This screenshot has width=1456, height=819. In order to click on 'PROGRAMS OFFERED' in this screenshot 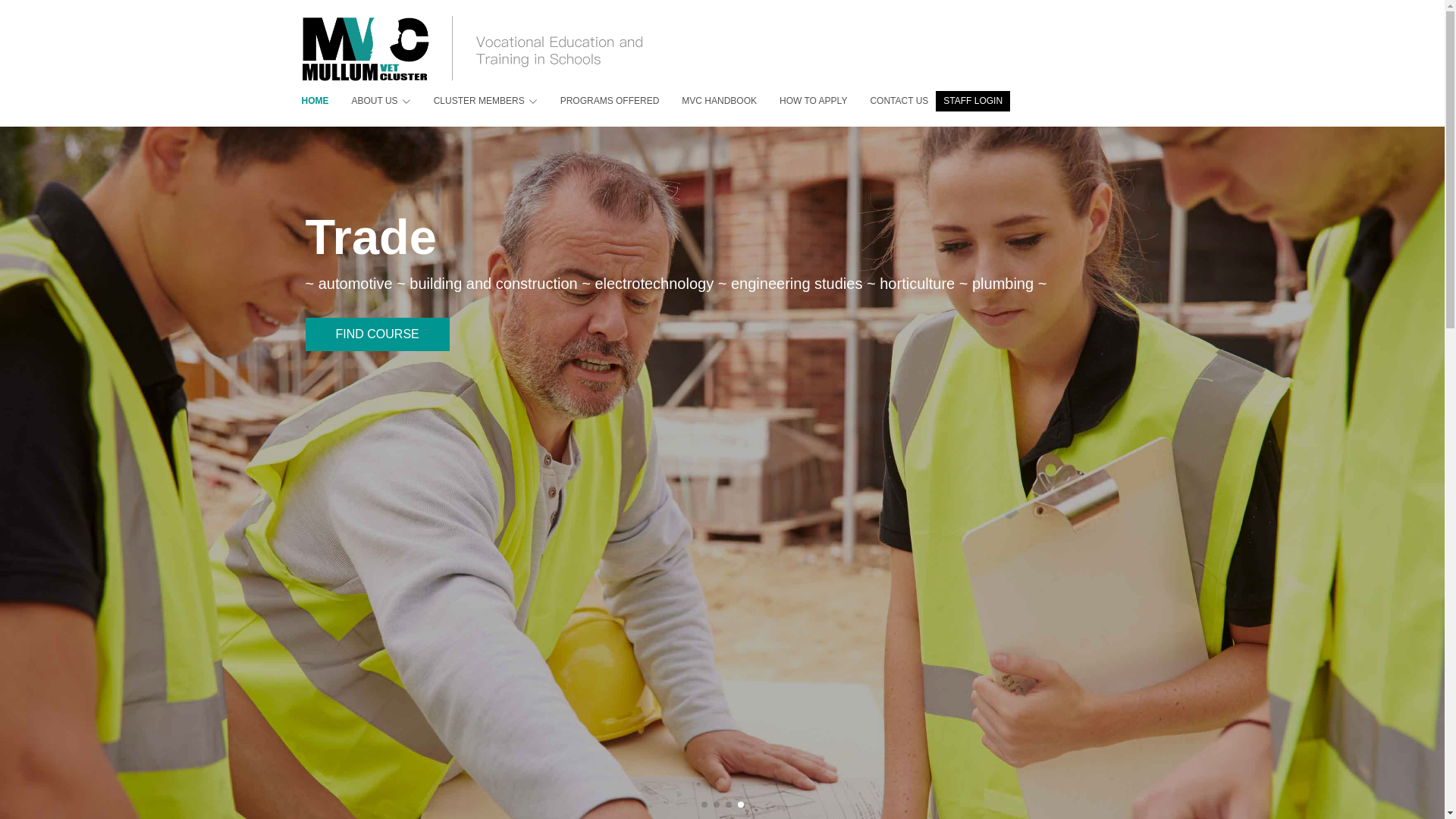, I will do `click(598, 101)`.